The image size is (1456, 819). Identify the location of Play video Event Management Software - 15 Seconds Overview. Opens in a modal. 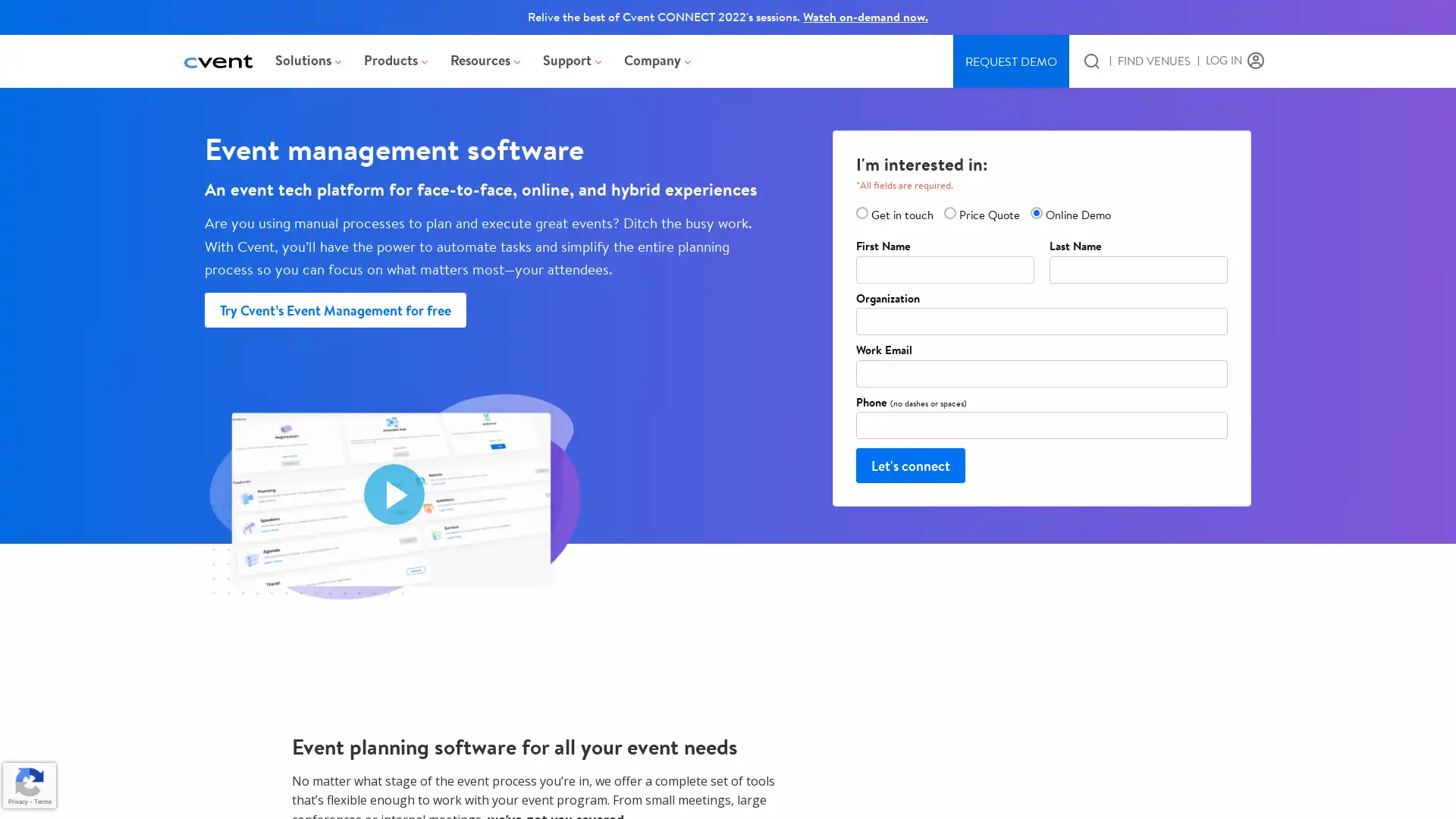
(394, 494).